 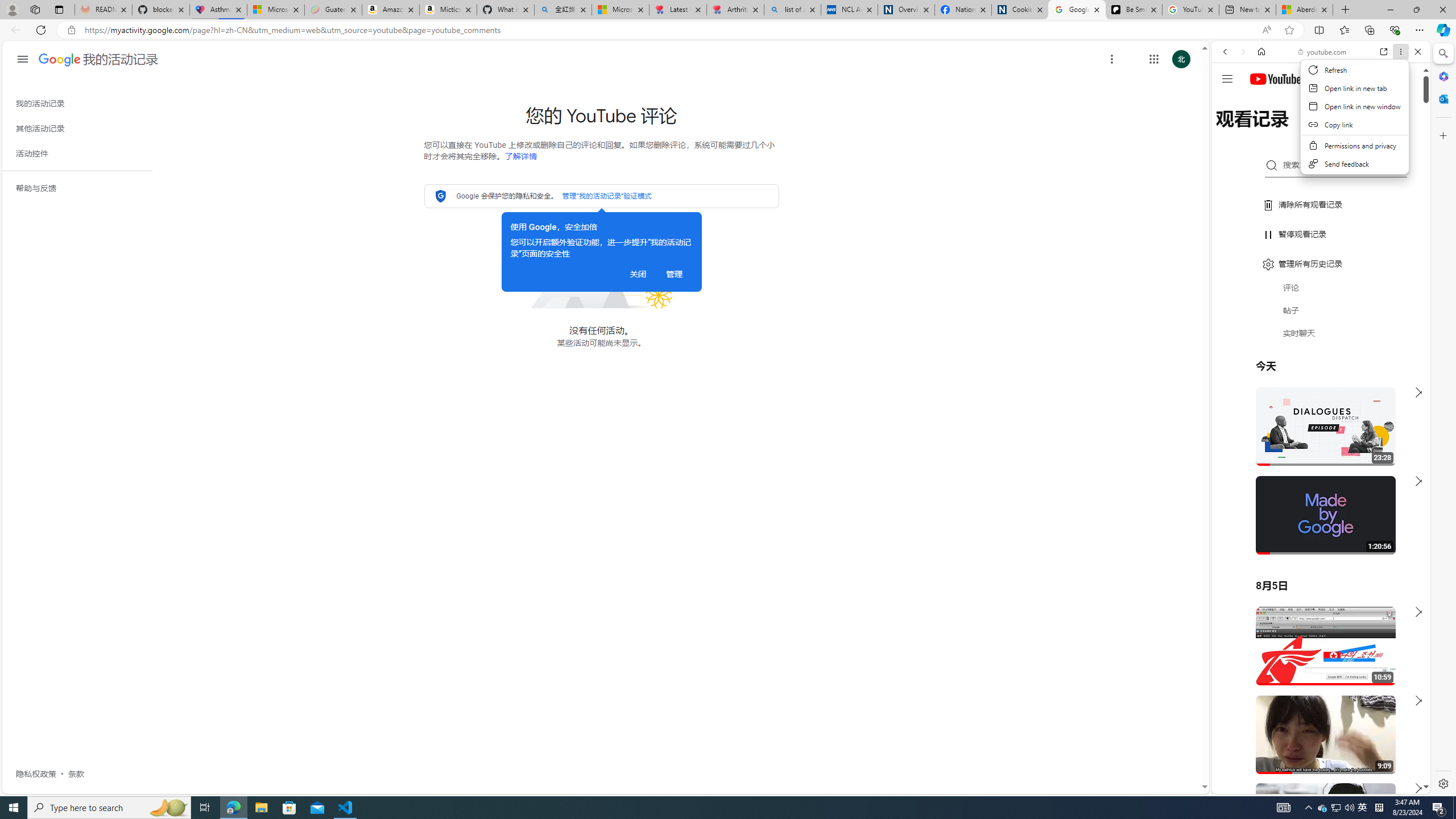 I want to click on 'Arthritis: Ask Health Professionals', so click(x=735, y=9).